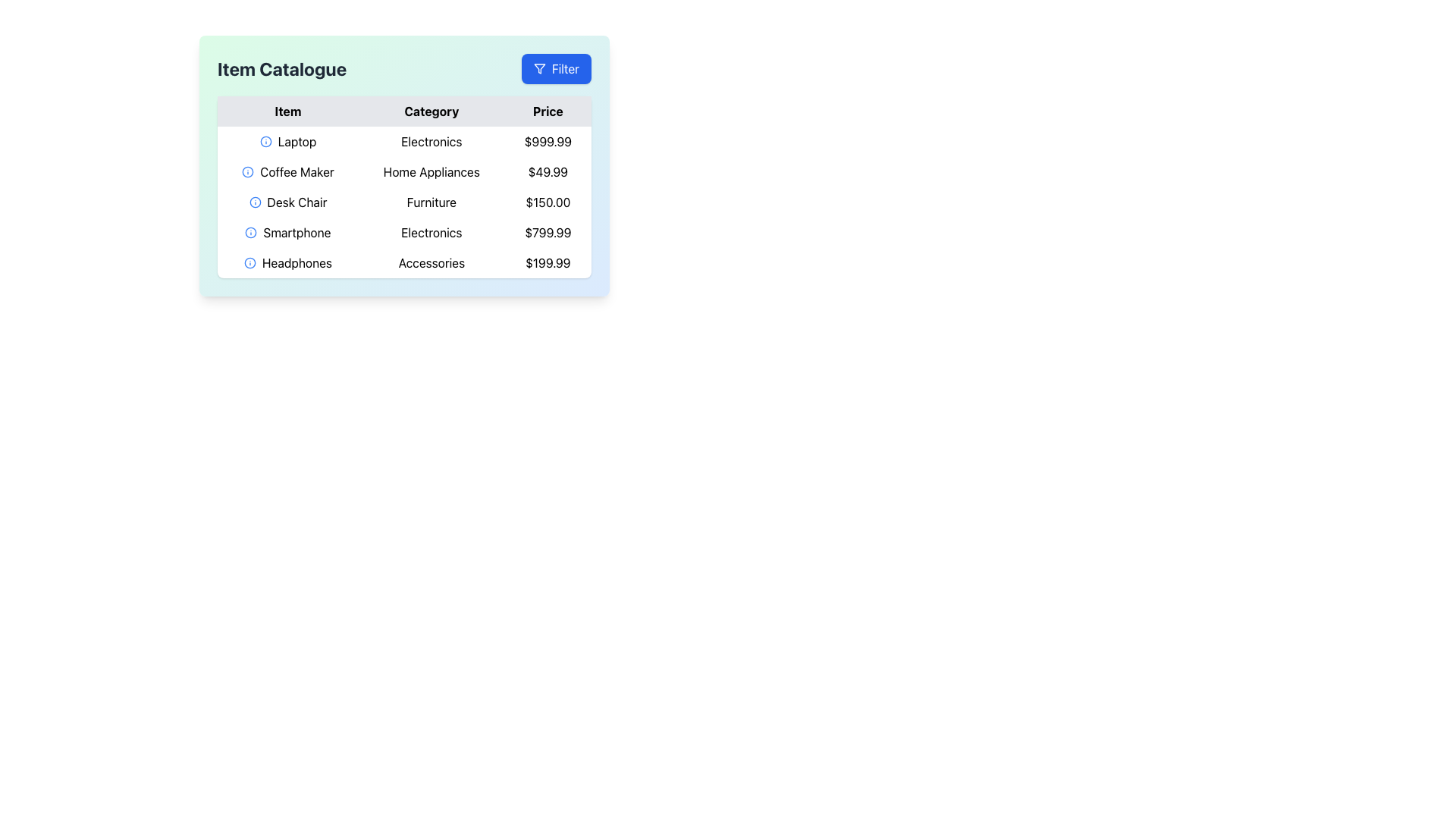 Image resolution: width=1456 pixels, height=819 pixels. What do you see at coordinates (248, 171) in the screenshot?
I see `the information icon shaped as a filled circle with a white border and blue outline, located to the left of the 'Coffee Maker' text in the 'Item Catalogue' table` at bounding box center [248, 171].